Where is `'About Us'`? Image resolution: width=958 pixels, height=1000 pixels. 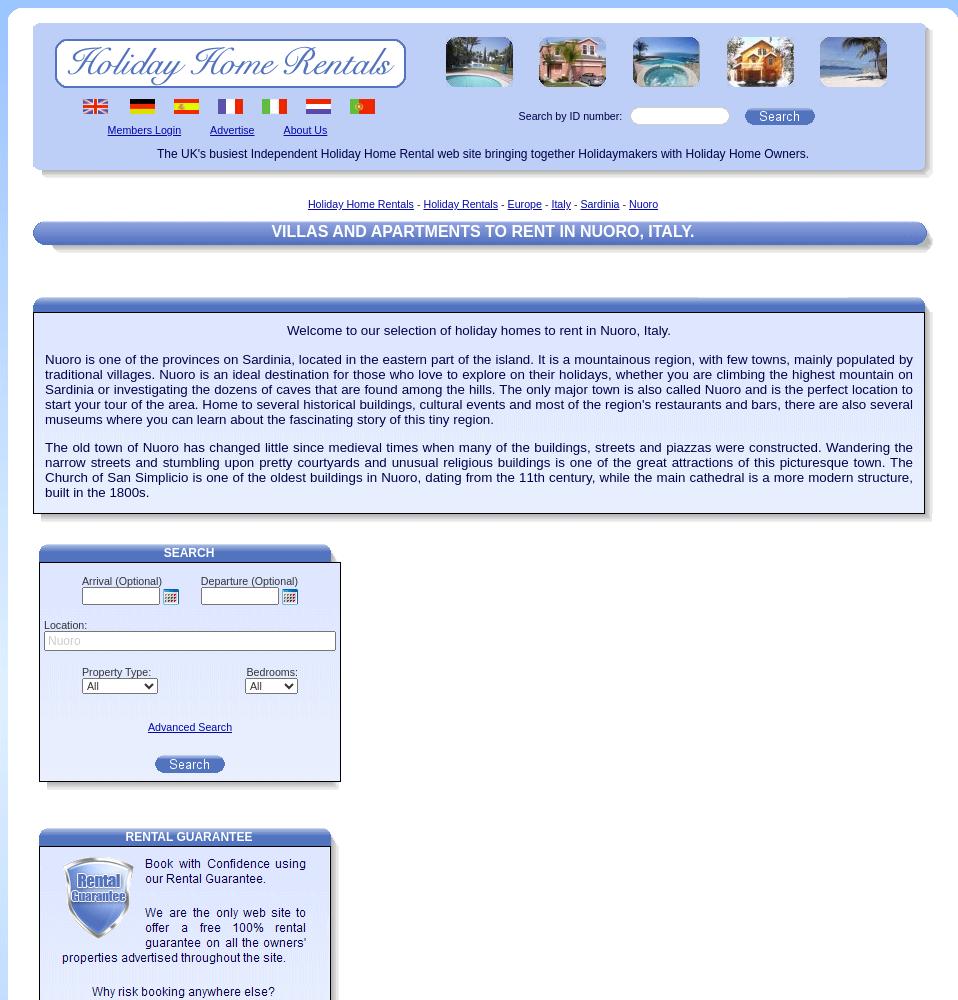
'About Us' is located at coordinates (305, 130).